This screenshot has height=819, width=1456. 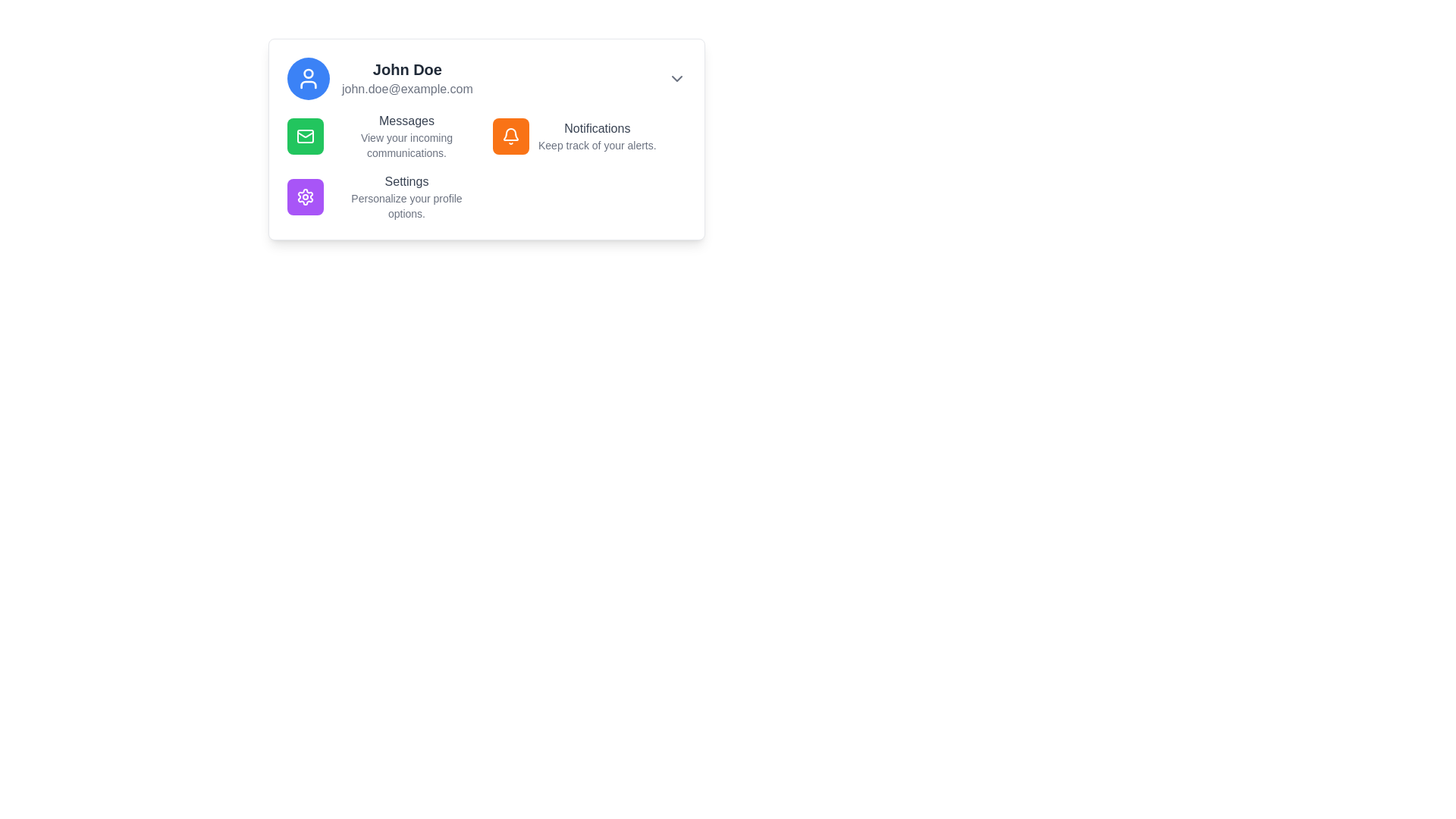 I want to click on the circular shape located within the user icon graphic at the top left corner of the user profile card, which is centered slightly above the text 'John Doe', so click(x=308, y=73).